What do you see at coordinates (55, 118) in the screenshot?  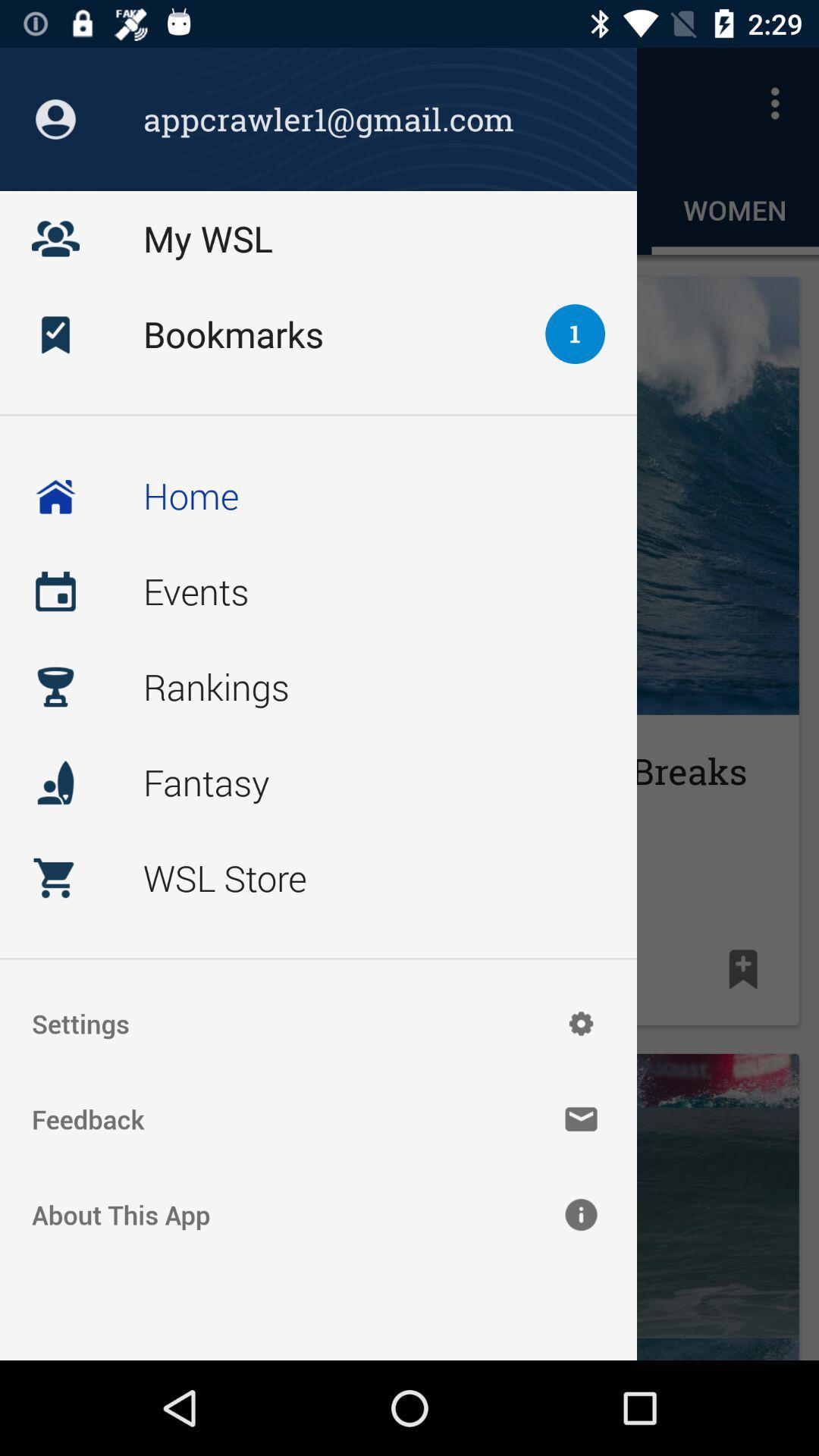 I see `the profile icon which is on the top left corner` at bounding box center [55, 118].